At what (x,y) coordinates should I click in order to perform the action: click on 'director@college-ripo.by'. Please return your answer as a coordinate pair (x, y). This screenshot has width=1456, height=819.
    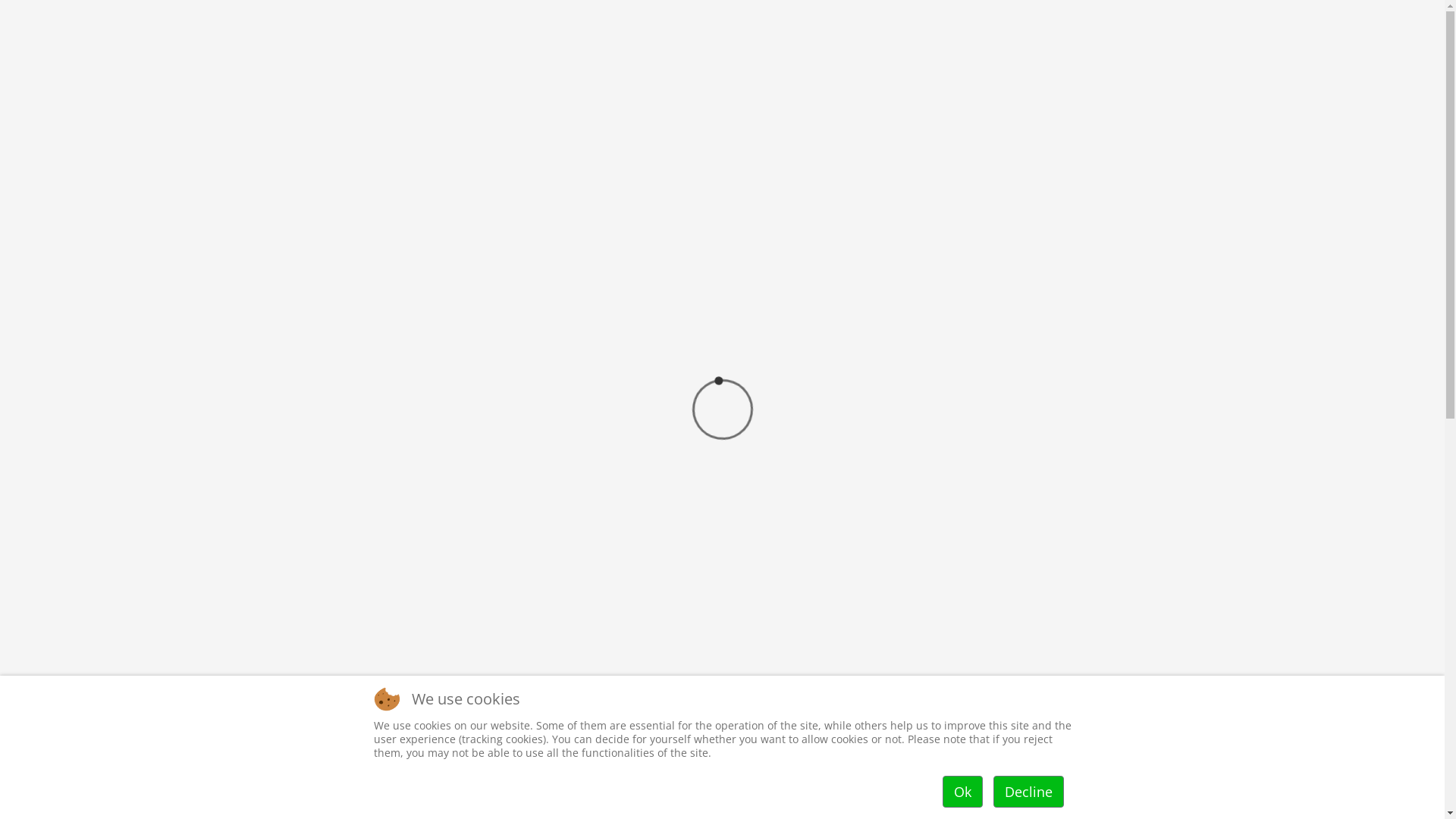
    Looking at the image, I should click on (1090, 15).